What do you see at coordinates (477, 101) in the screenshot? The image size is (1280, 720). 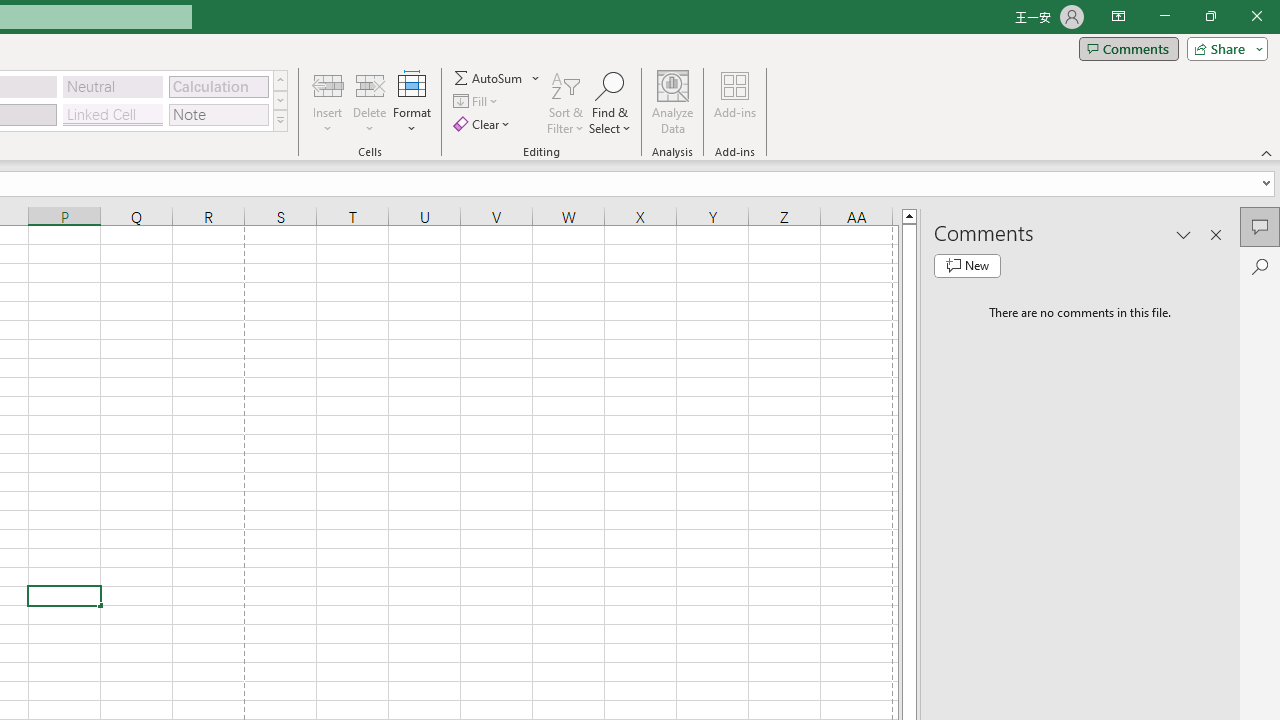 I see `'Fill'` at bounding box center [477, 101].